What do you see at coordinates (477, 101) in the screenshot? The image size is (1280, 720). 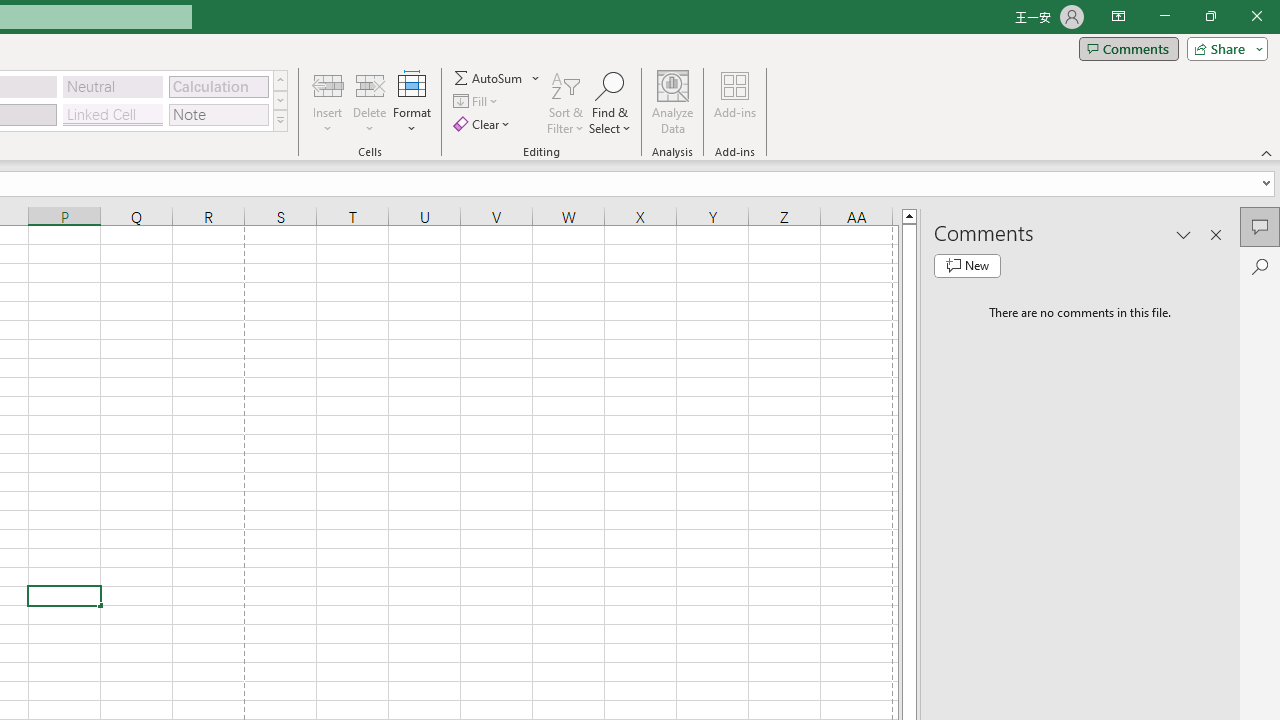 I see `'Fill'` at bounding box center [477, 101].